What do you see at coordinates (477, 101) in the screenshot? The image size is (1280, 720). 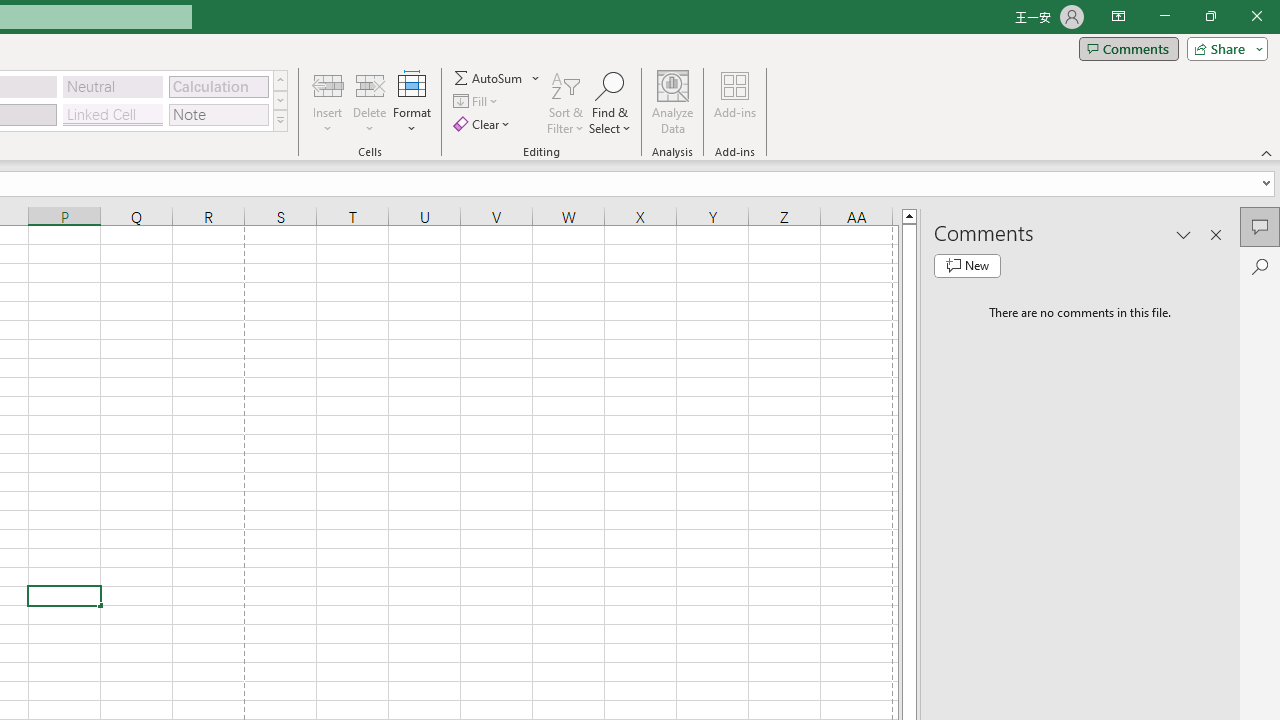 I see `'Fill'` at bounding box center [477, 101].